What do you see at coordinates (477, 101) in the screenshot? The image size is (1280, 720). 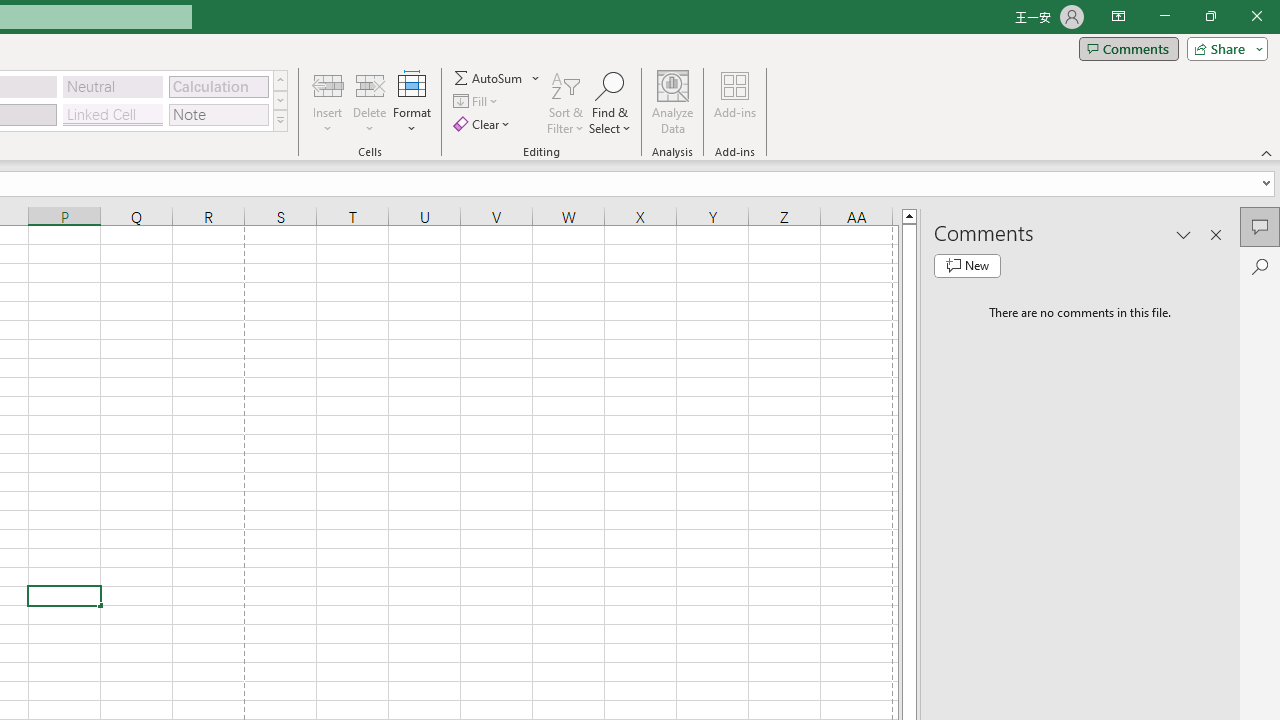 I see `'Fill'` at bounding box center [477, 101].